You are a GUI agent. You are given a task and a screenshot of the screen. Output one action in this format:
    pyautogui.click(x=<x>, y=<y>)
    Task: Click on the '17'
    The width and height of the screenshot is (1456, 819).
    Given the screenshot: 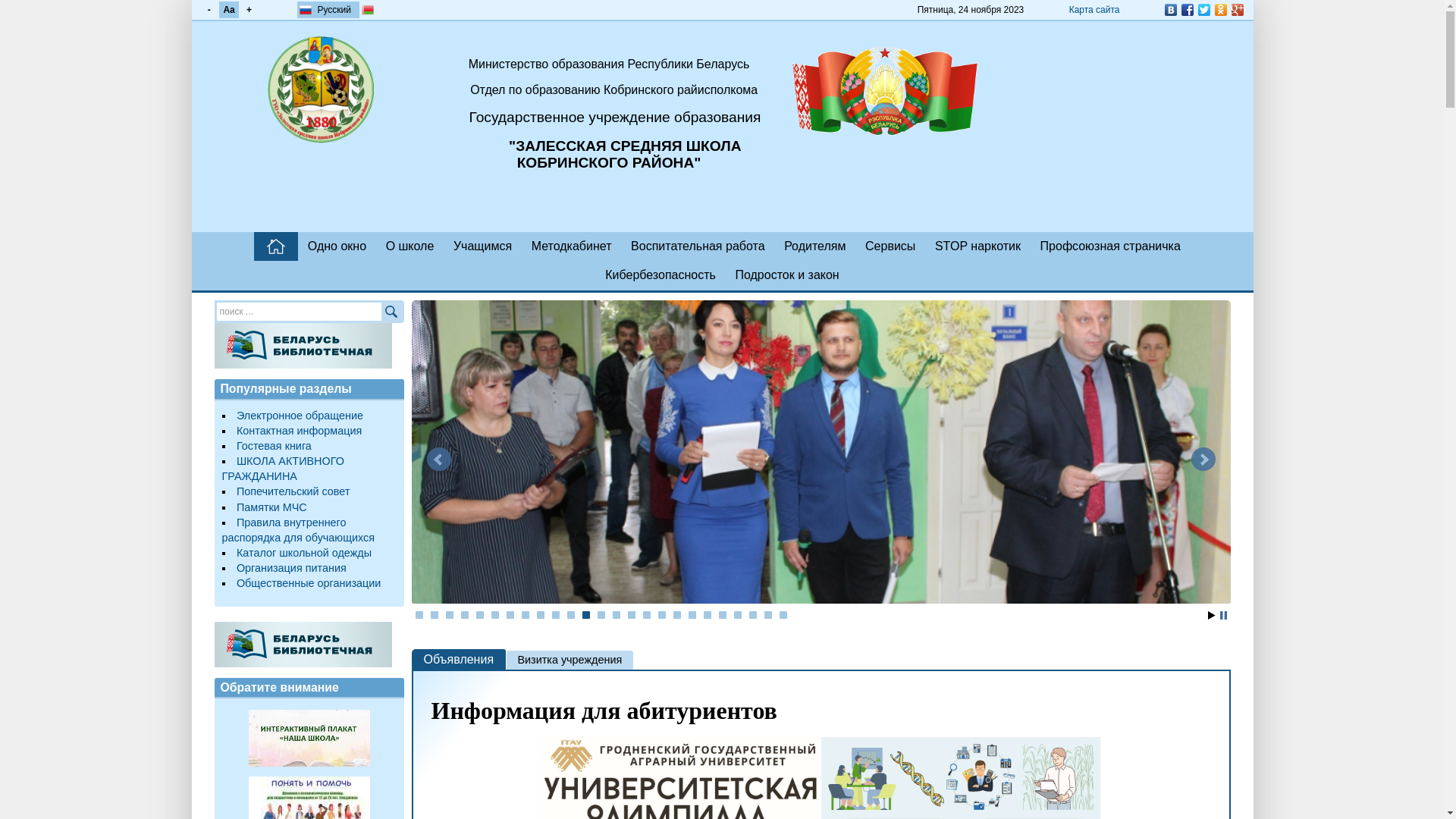 What is the action you would take?
    pyautogui.click(x=662, y=614)
    